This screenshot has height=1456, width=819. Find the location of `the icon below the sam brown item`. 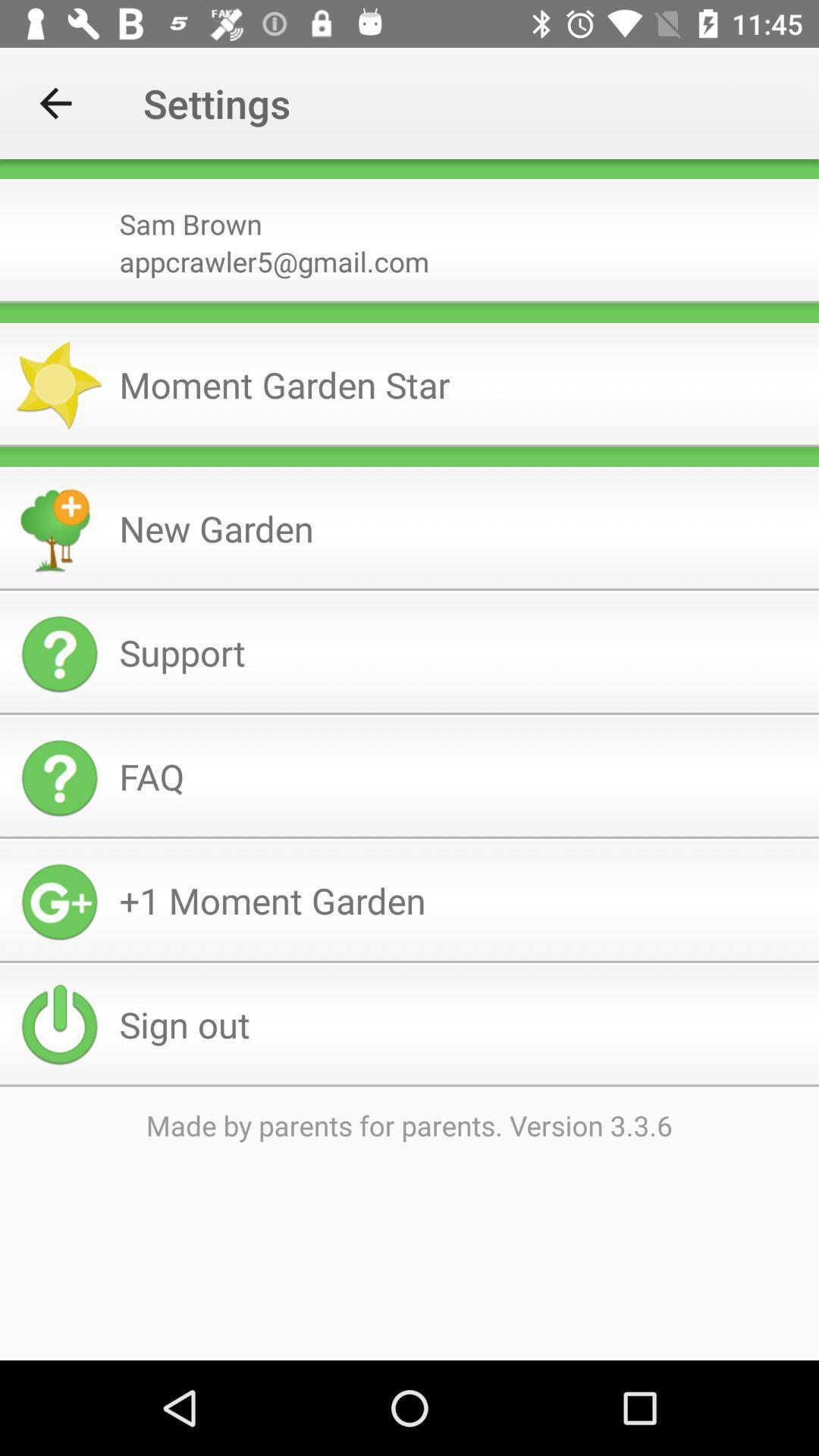

the icon below the sam brown item is located at coordinates (462, 262).